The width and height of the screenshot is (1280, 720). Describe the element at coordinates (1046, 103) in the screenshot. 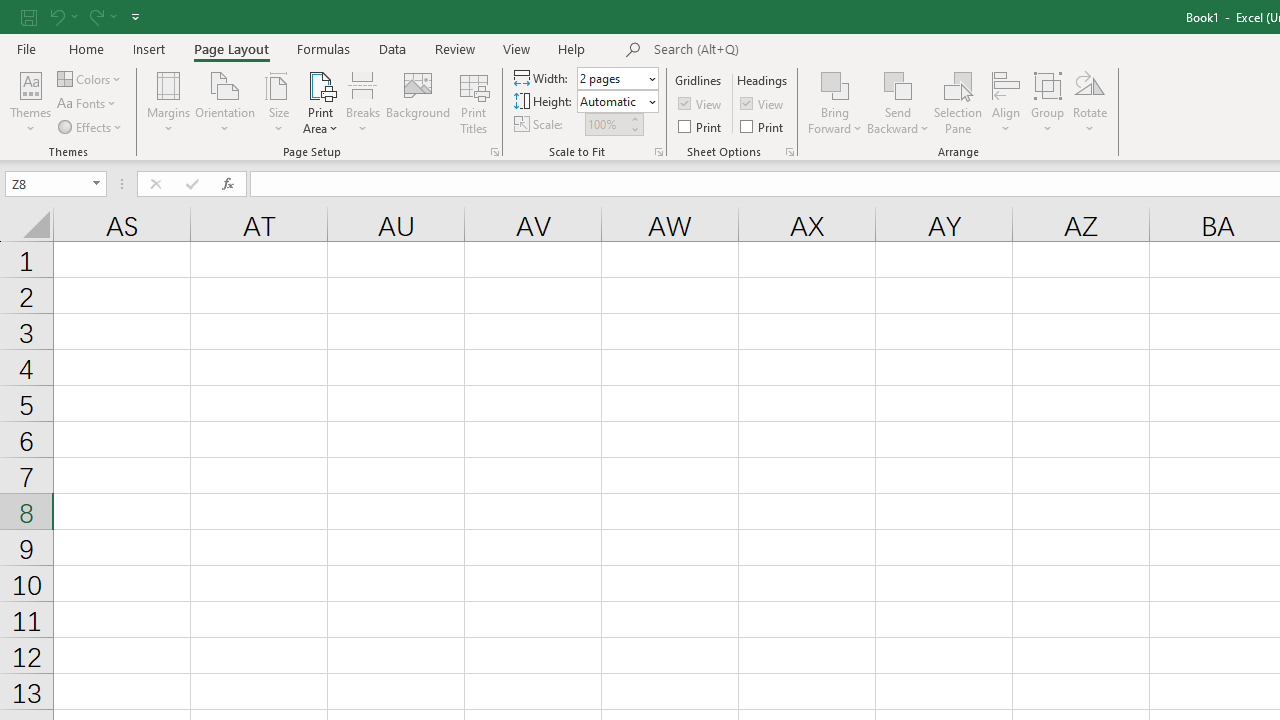

I see `'Group'` at that location.